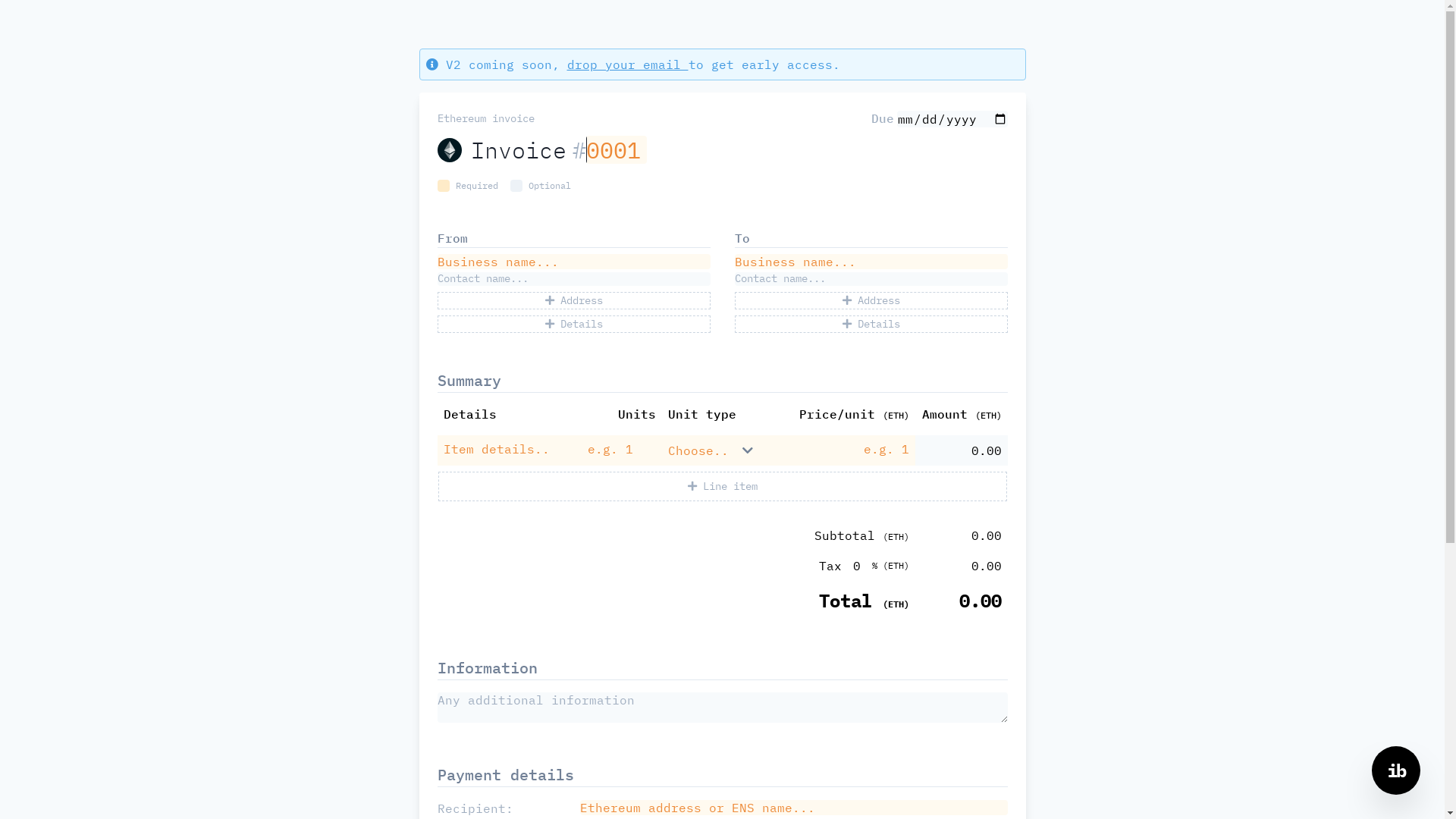 The height and width of the screenshot is (819, 1456). I want to click on 'drop your email', so click(628, 63).